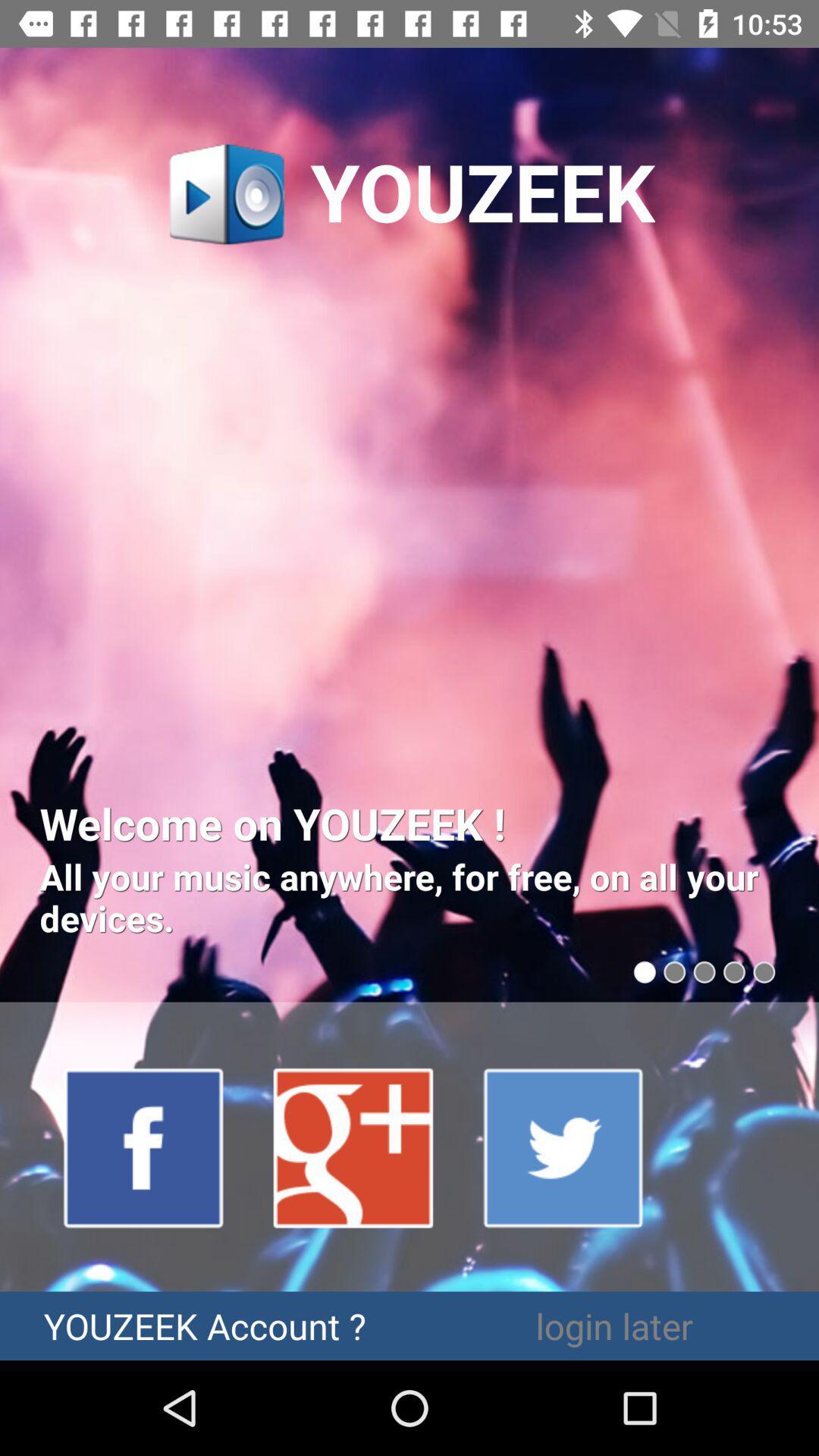  Describe the element at coordinates (354, 1147) in the screenshot. I see `sign in with google+` at that location.